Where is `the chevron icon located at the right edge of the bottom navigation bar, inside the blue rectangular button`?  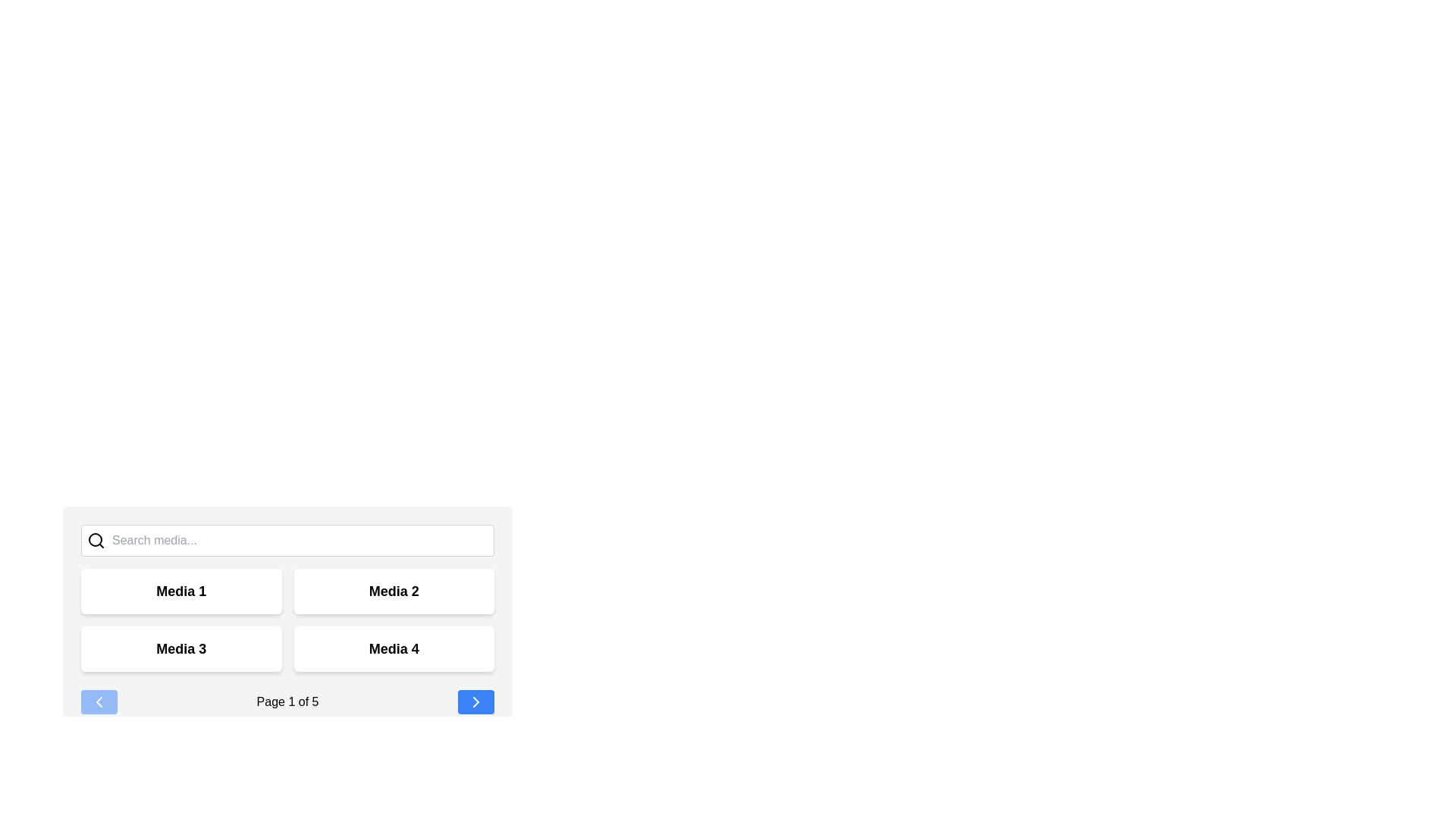
the chevron icon located at the right edge of the bottom navigation bar, inside the blue rectangular button is located at coordinates (475, 701).